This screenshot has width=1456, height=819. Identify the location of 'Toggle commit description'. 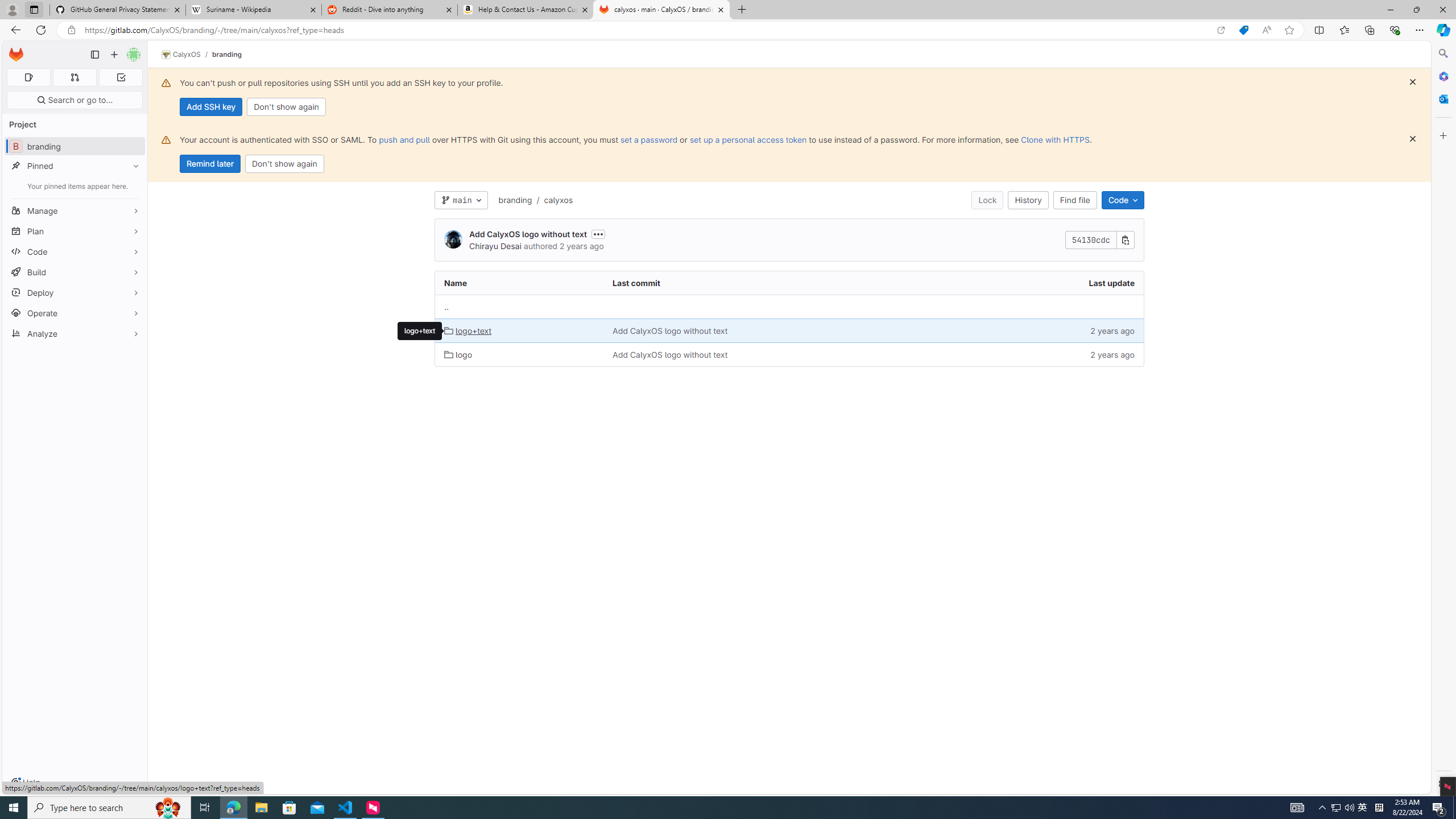
(598, 233).